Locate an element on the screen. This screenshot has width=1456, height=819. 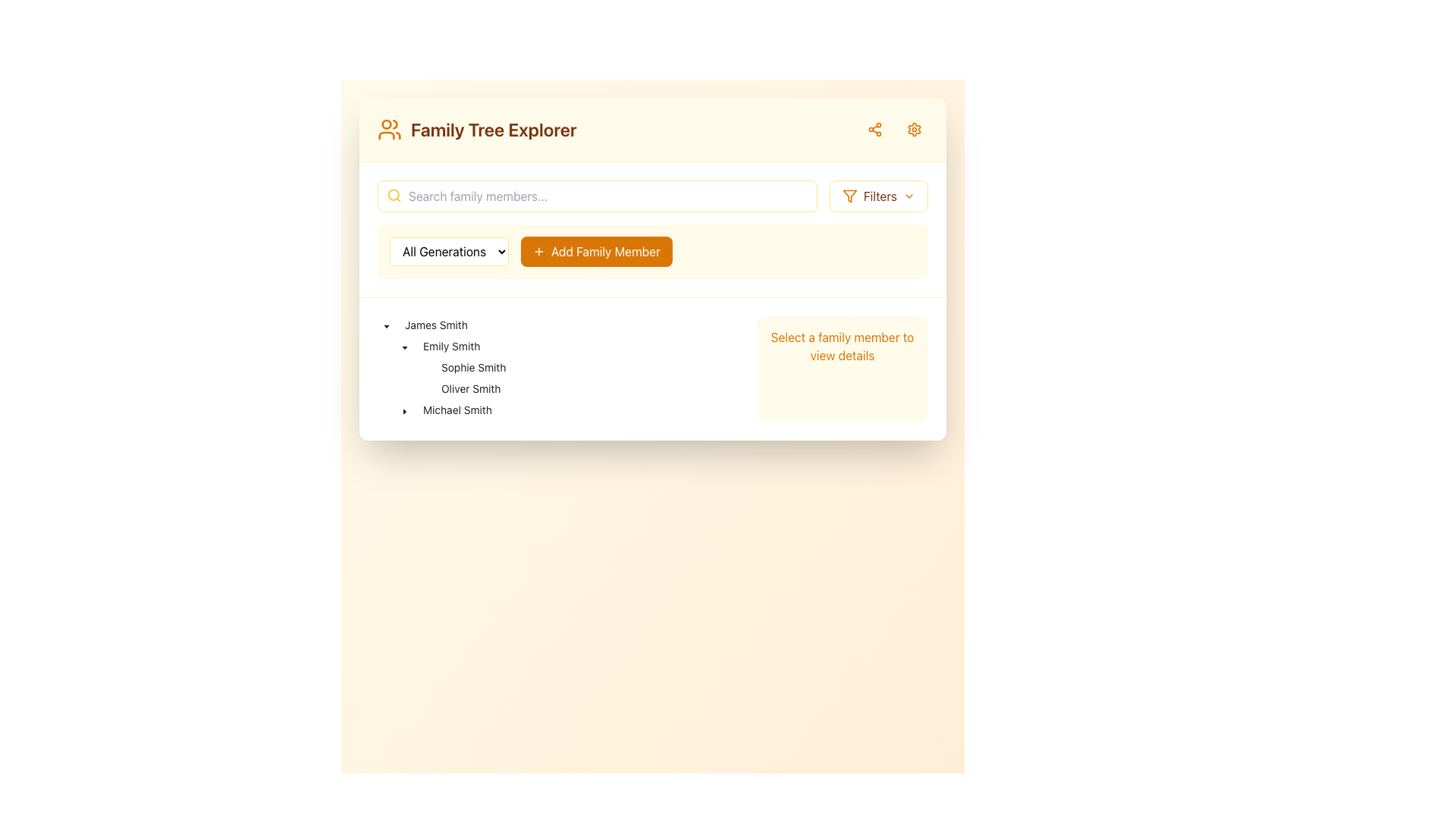
the rectangular 'Filters' button with a light yellow background and brown text is located at coordinates (878, 195).